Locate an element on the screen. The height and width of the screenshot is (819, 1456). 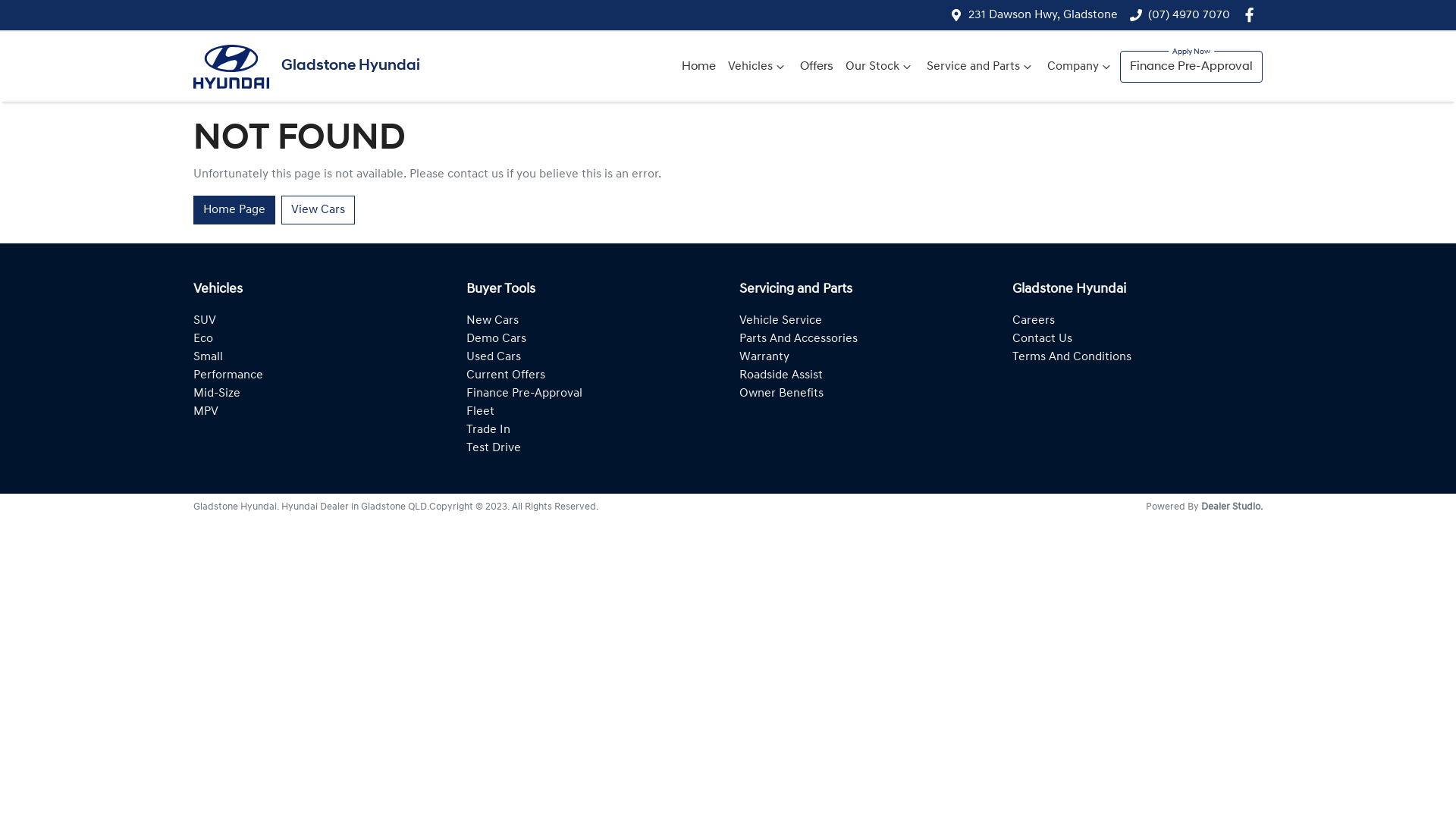
'Warranty' is located at coordinates (764, 356).